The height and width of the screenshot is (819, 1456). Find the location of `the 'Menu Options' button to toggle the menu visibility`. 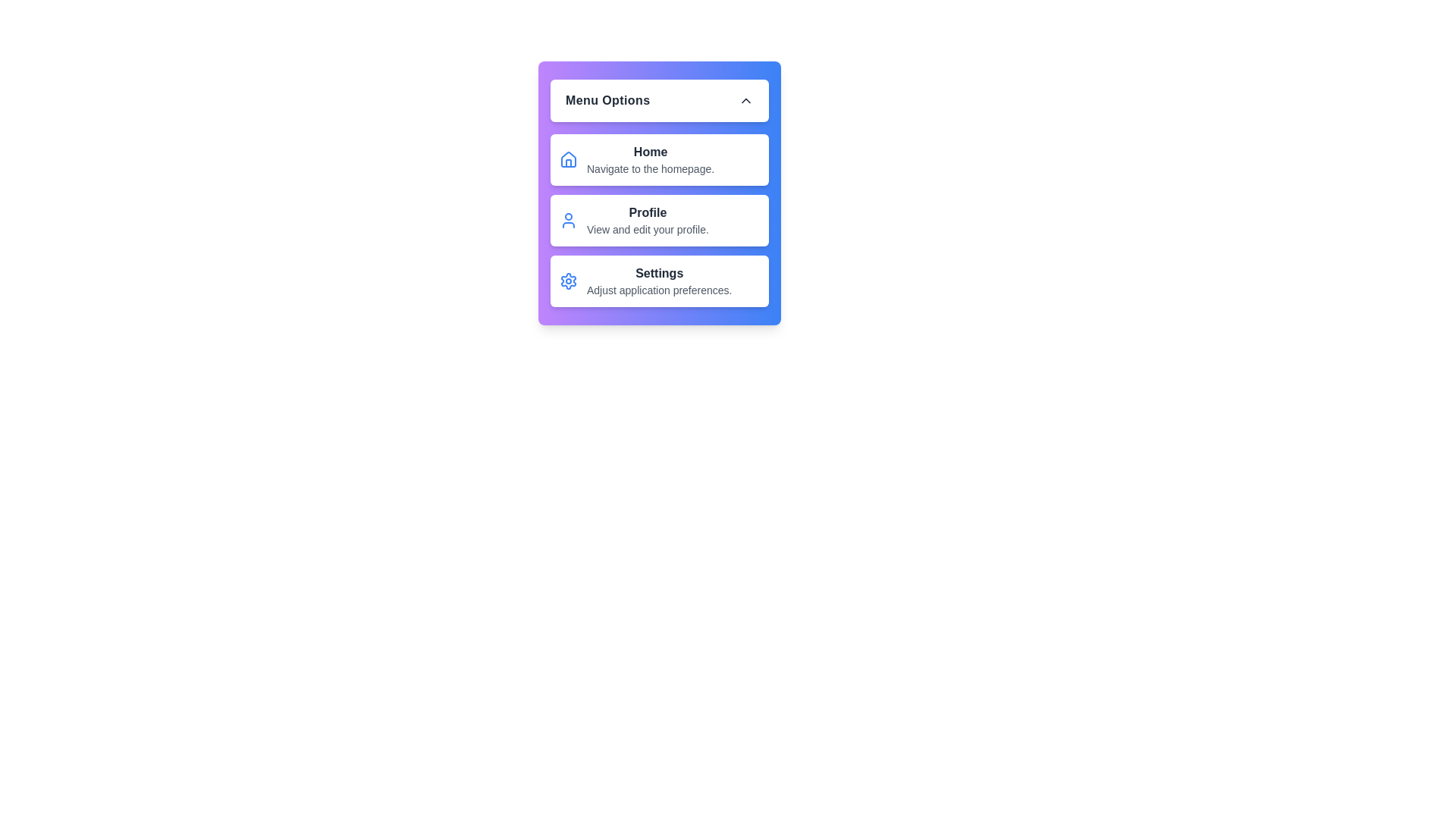

the 'Menu Options' button to toggle the menu visibility is located at coordinates (659, 100).